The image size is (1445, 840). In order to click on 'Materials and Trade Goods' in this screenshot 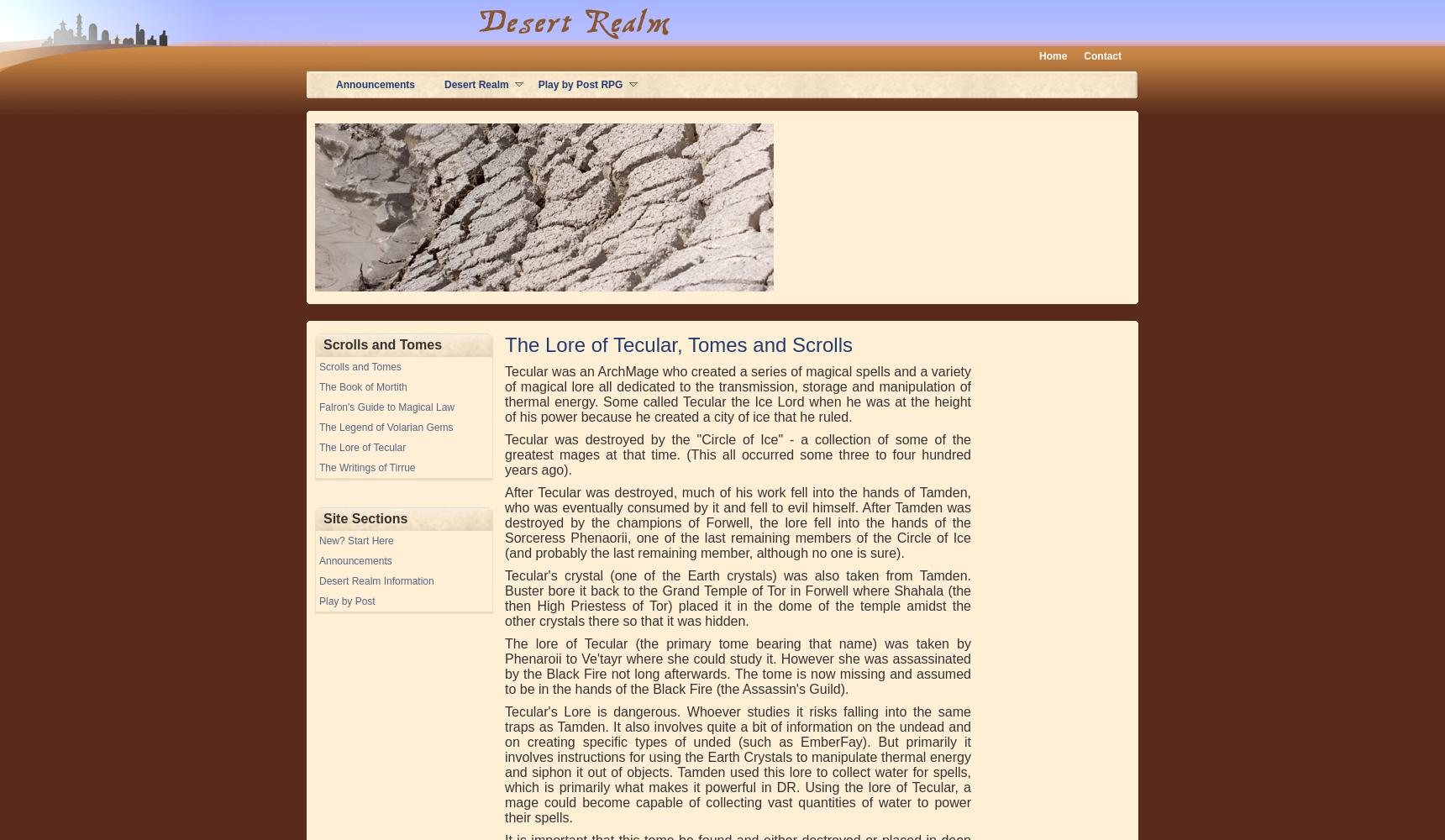, I will do `click(390, 244)`.